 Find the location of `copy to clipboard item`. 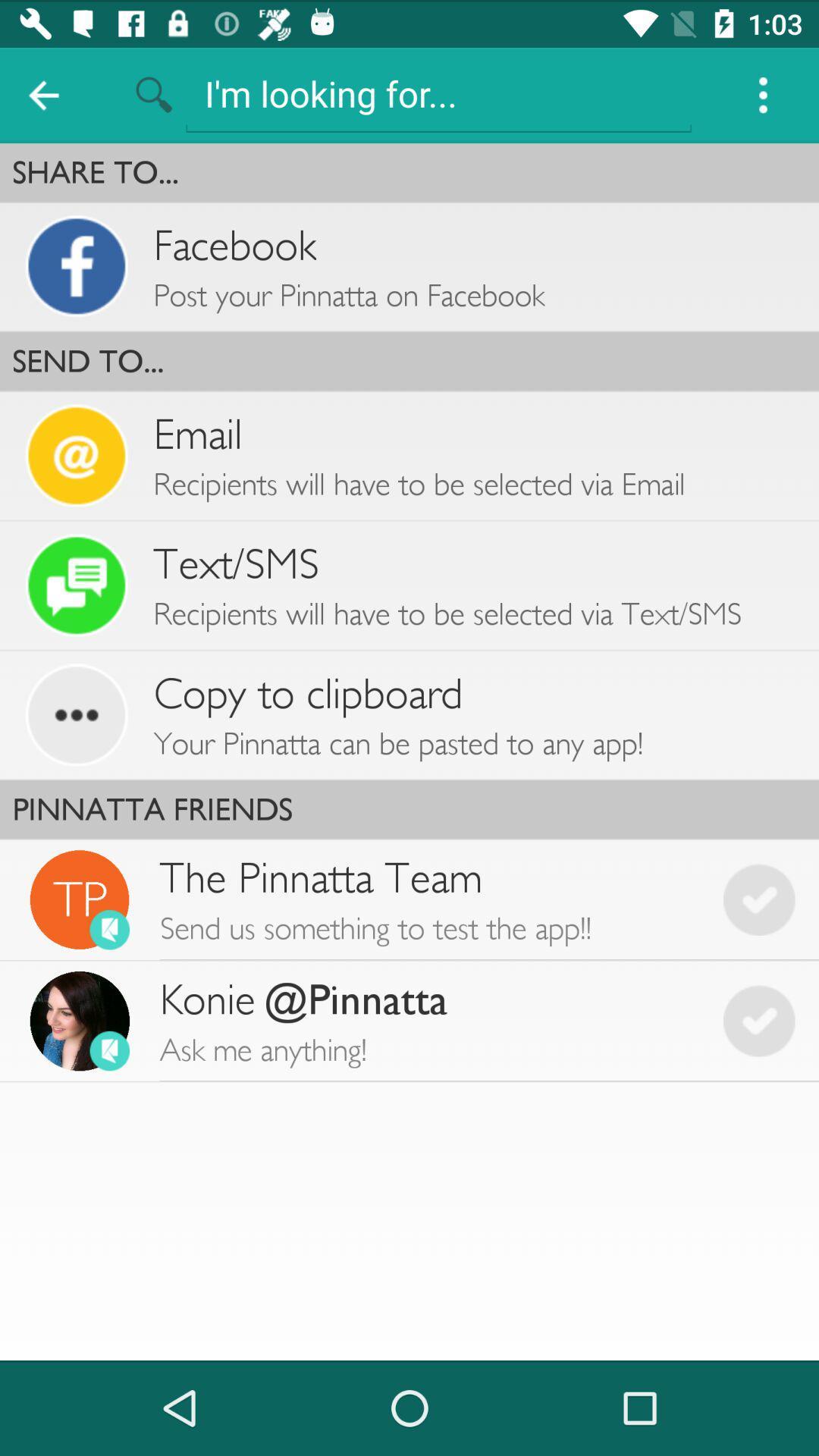

copy to clipboard item is located at coordinates (307, 693).